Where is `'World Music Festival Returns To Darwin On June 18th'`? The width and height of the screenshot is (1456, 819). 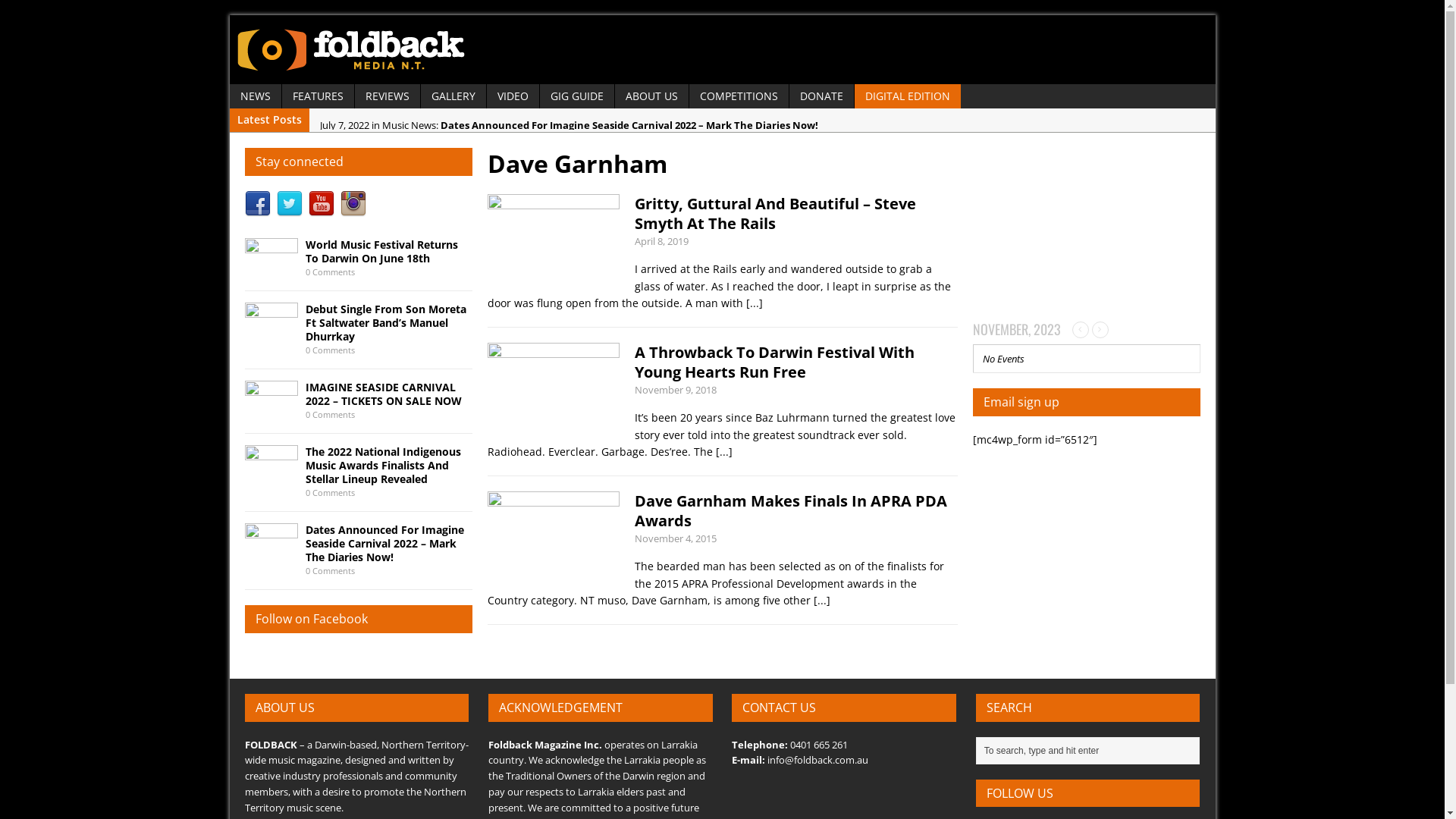 'World Music Festival Returns To Darwin On June 18th' is located at coordinates (381, 250).